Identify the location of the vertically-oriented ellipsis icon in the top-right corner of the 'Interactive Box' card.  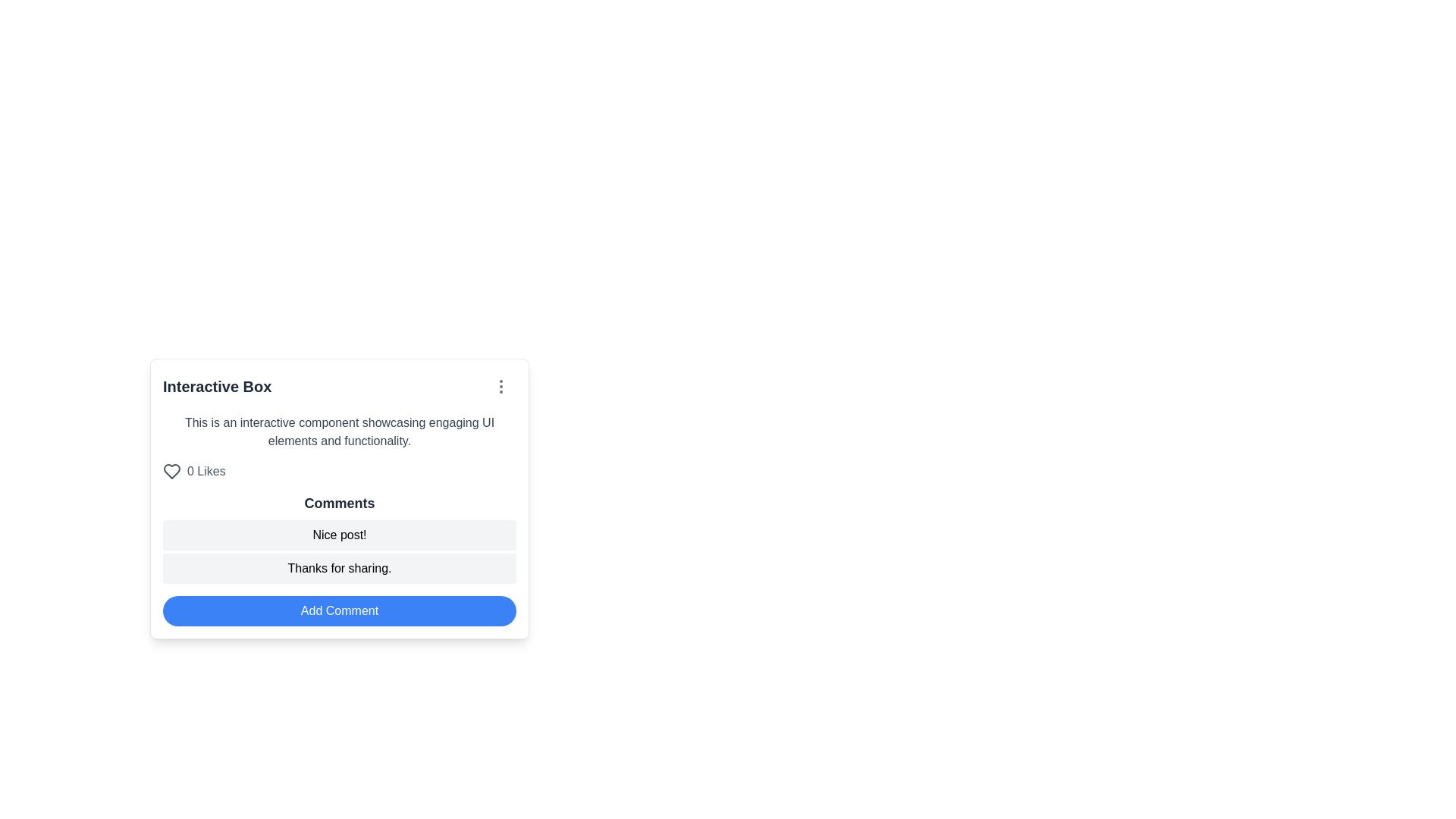
(501, 385).